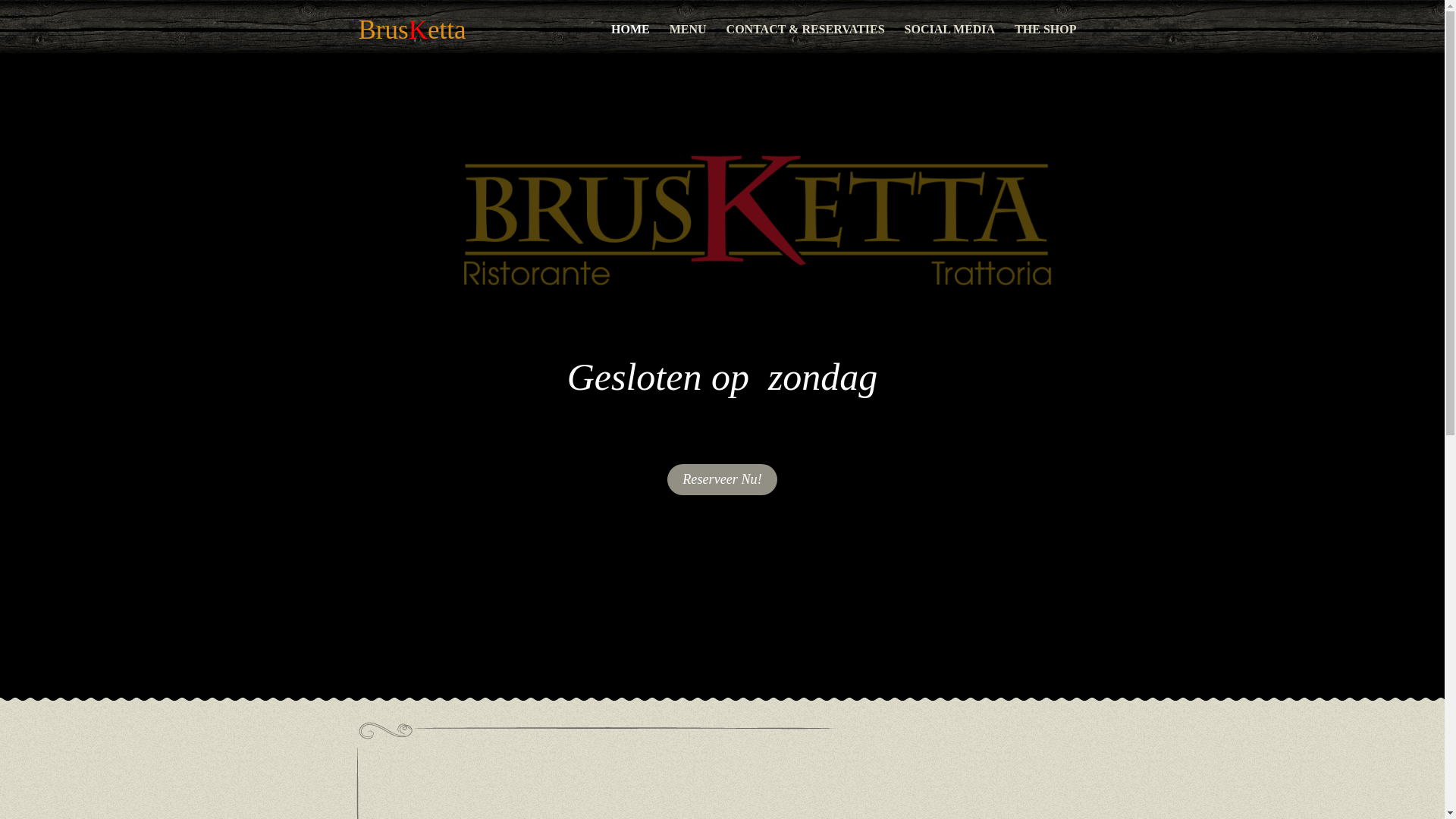 Image resolution: width=1456 pixels, height=819 pixels. Describe the element at coordinates (805, 30) in the screenshot. I see `'CONTACT & RESERVATIES'` at that location.